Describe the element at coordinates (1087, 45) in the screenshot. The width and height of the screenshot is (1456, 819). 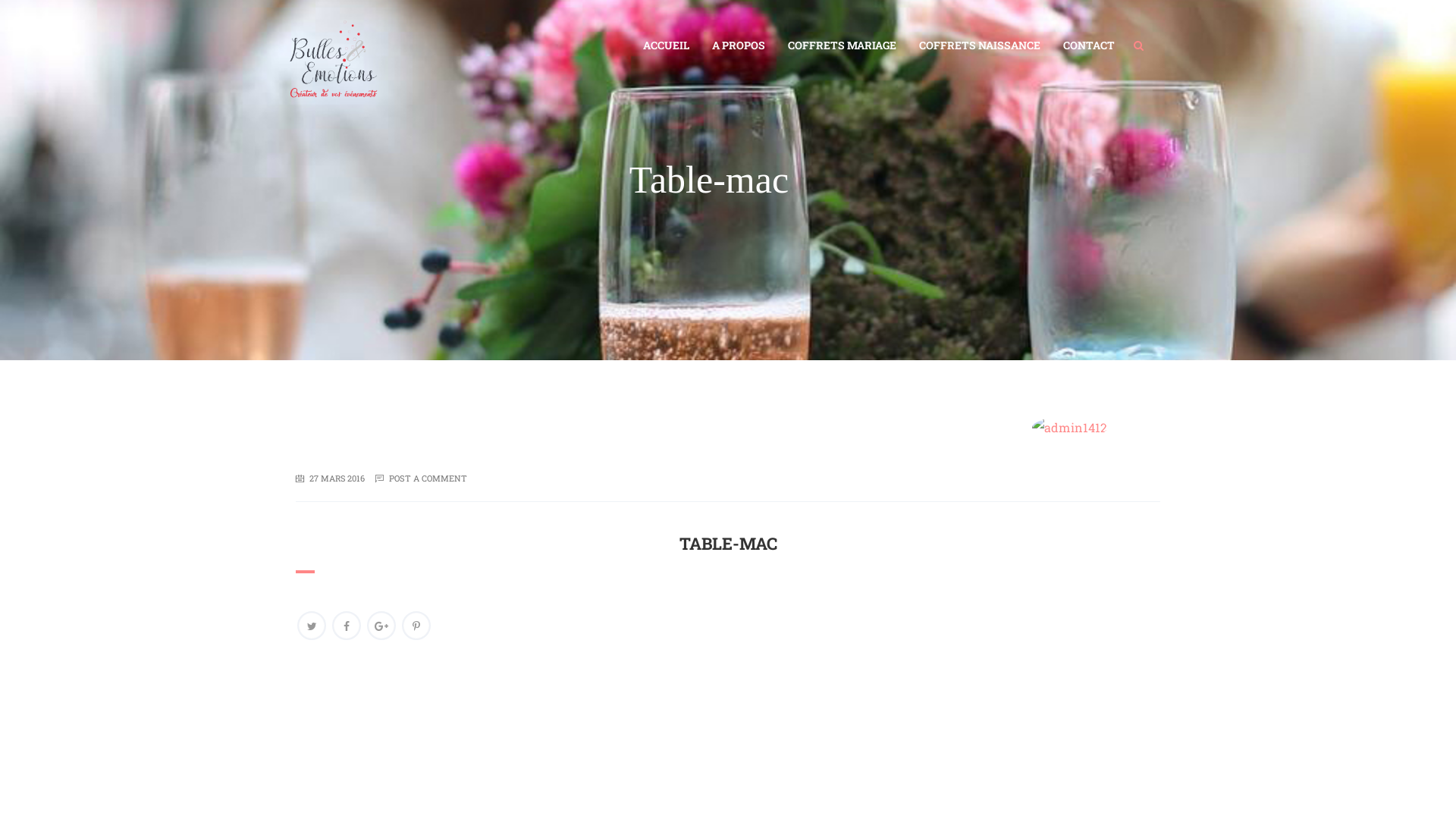
I see `'CONTACT'` at that location.